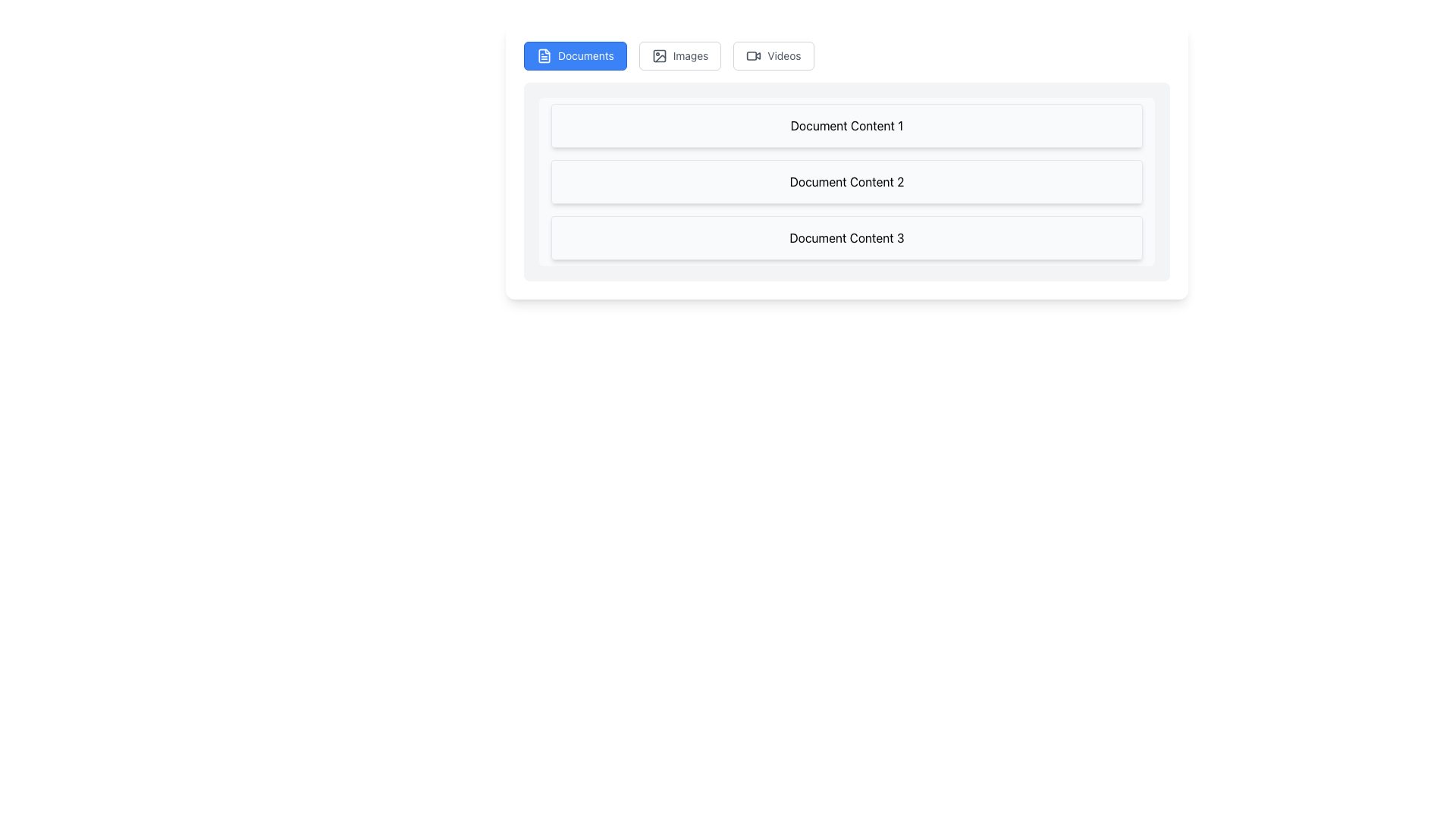 The height and width of the screenshot is (819, 1456). Describe the element at coordinates (659, 55) in the screenshot. I see `the icon representing an image, which features a thin outline, a rounded rectangle, a circle, and a diagonal cross pattern, located within the navigation bar adjacent to the 'Images' text` at that location.